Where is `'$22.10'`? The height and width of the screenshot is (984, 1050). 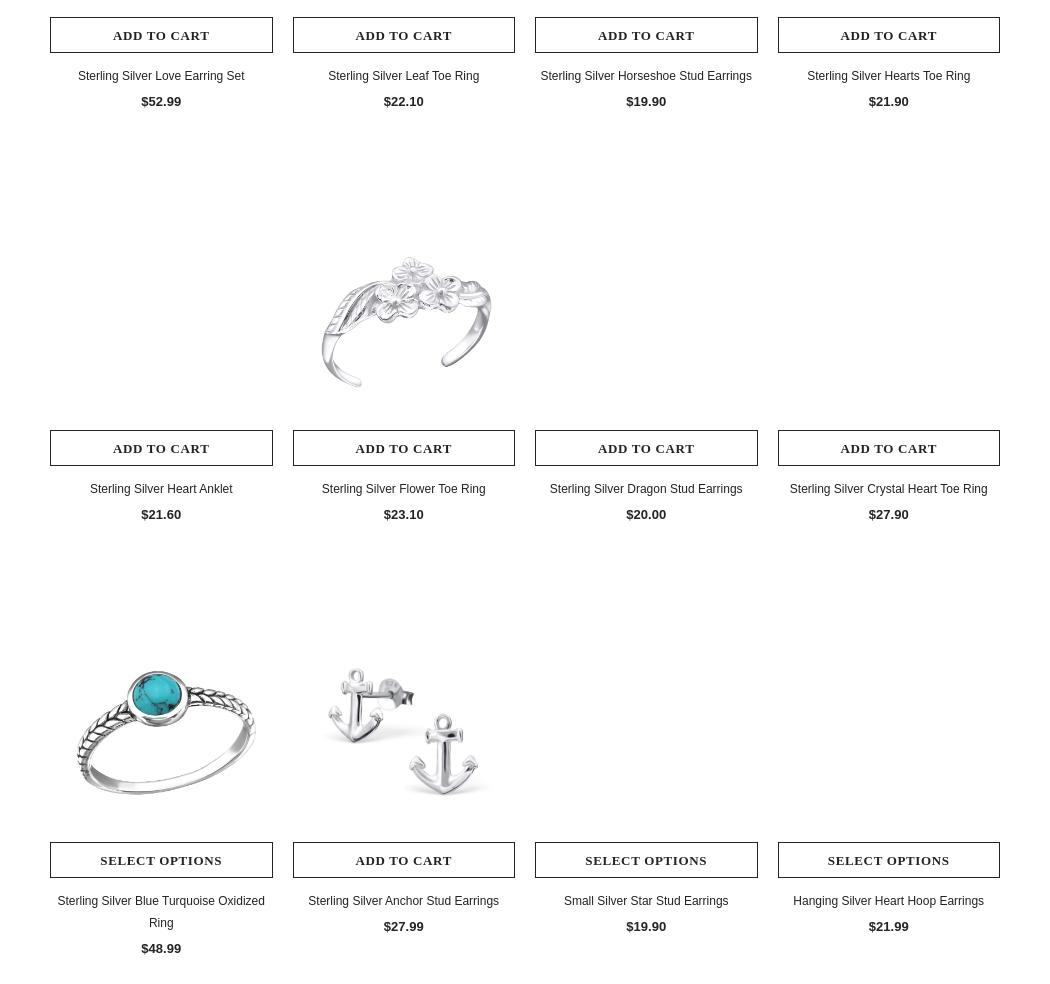 '$22.10' is located at coordinates (402, 100).